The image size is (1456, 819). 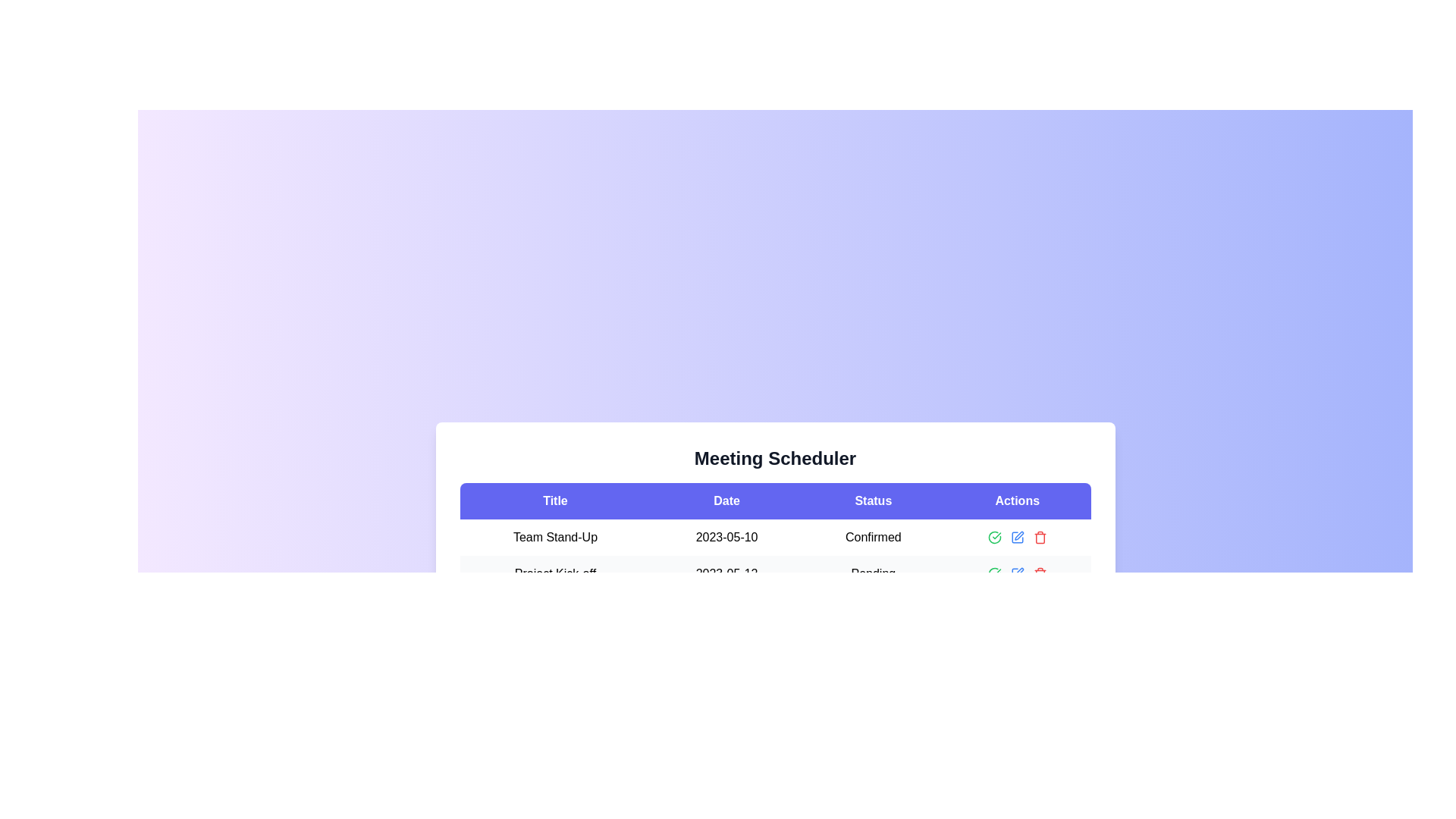 I want to click on the 'Actions' column header in the table, which is the fourth tab in a horizontal row of headers located at the top-right portion of the table, so click(x=1017, y=500).